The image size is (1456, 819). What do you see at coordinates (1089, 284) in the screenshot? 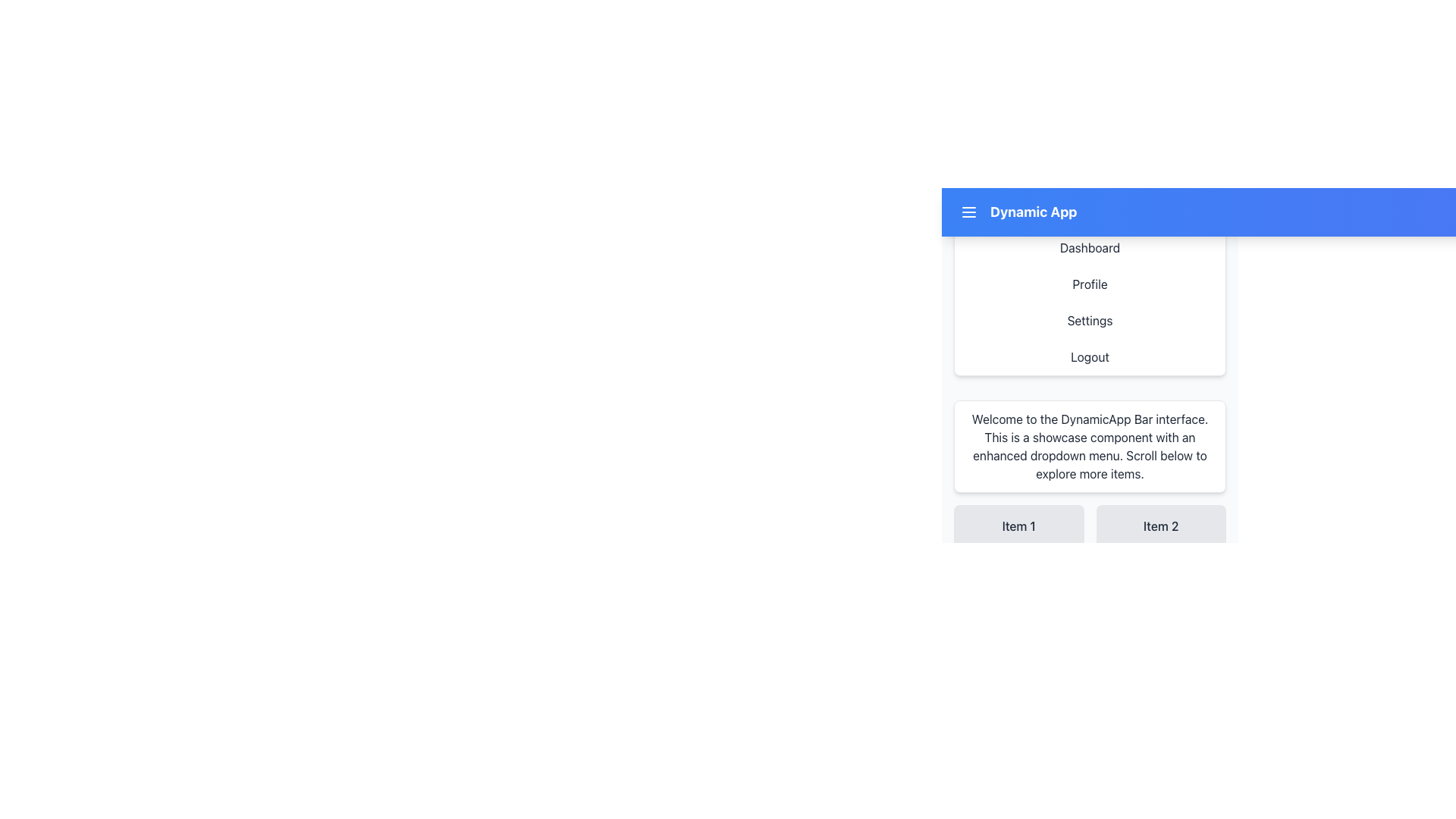
I see `the 'Profile' text label in the dropdown menu, which is the second item in a list of four options` at bounding box center [1089, 284].